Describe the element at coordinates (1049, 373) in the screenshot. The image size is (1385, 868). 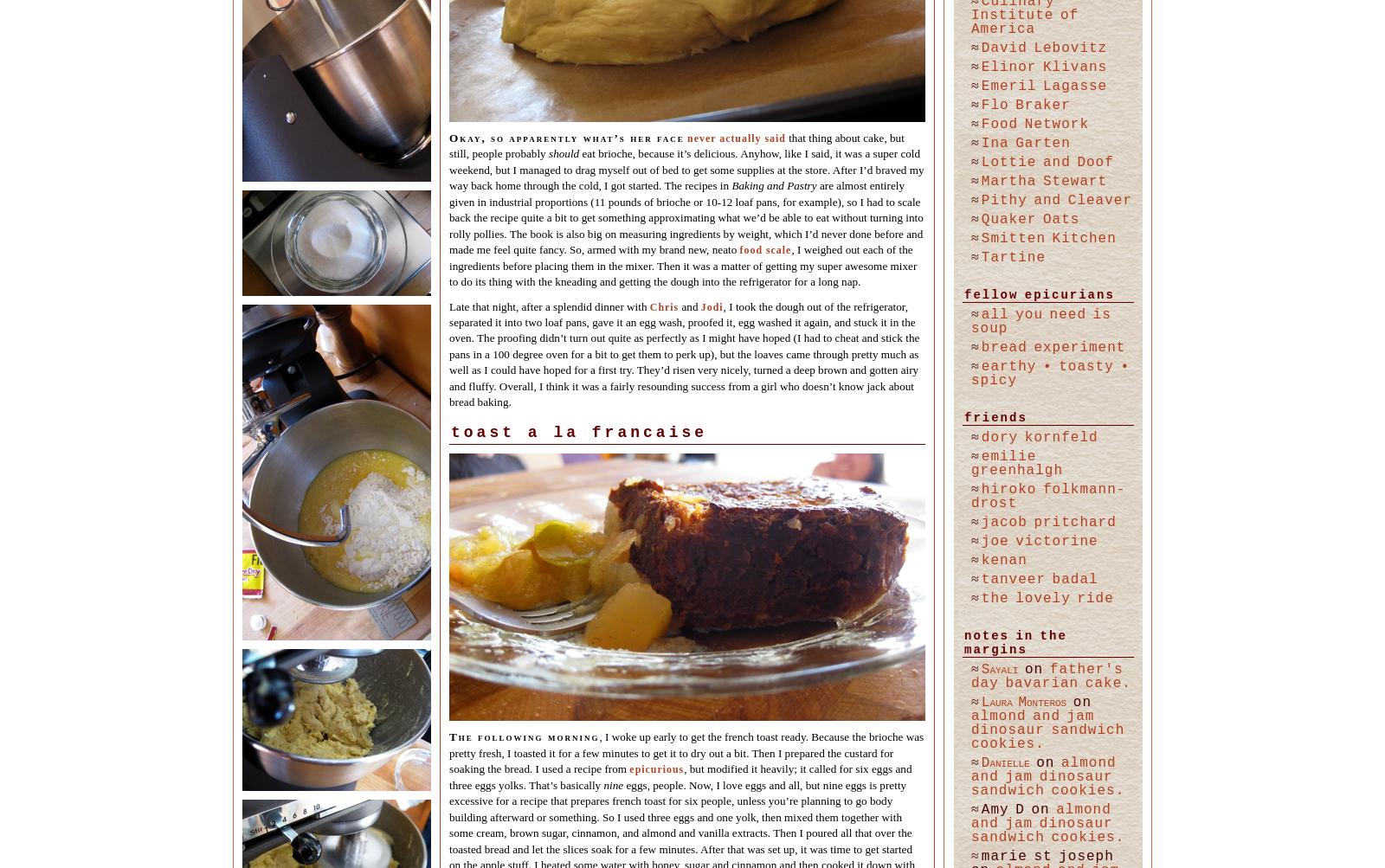
I see `'earthy • toasty • spicy'` at that location.